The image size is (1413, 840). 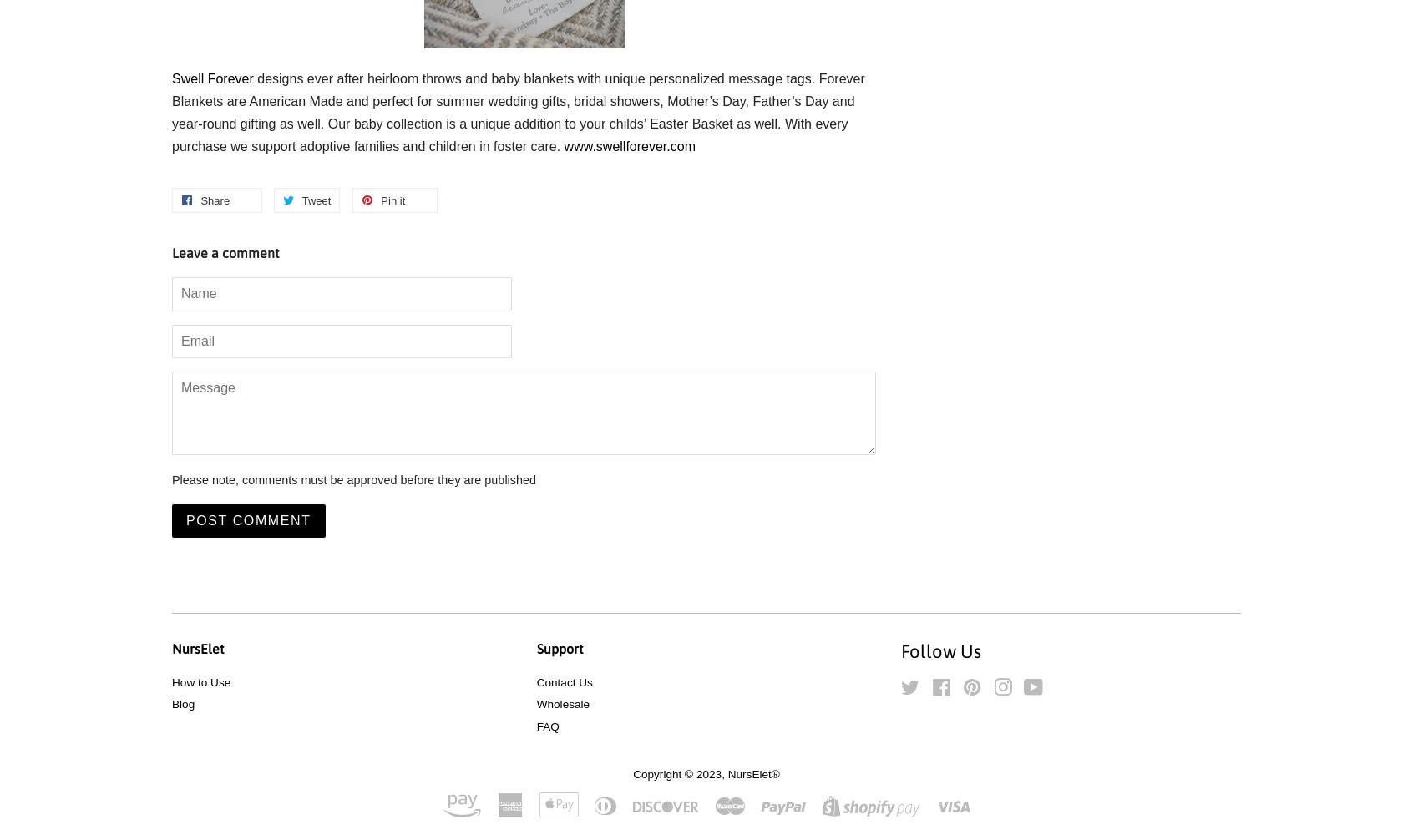 What do you see at coordinates (183, 703) in the screenshot?
I see `'Blog'` at bounding box center [183, 703].